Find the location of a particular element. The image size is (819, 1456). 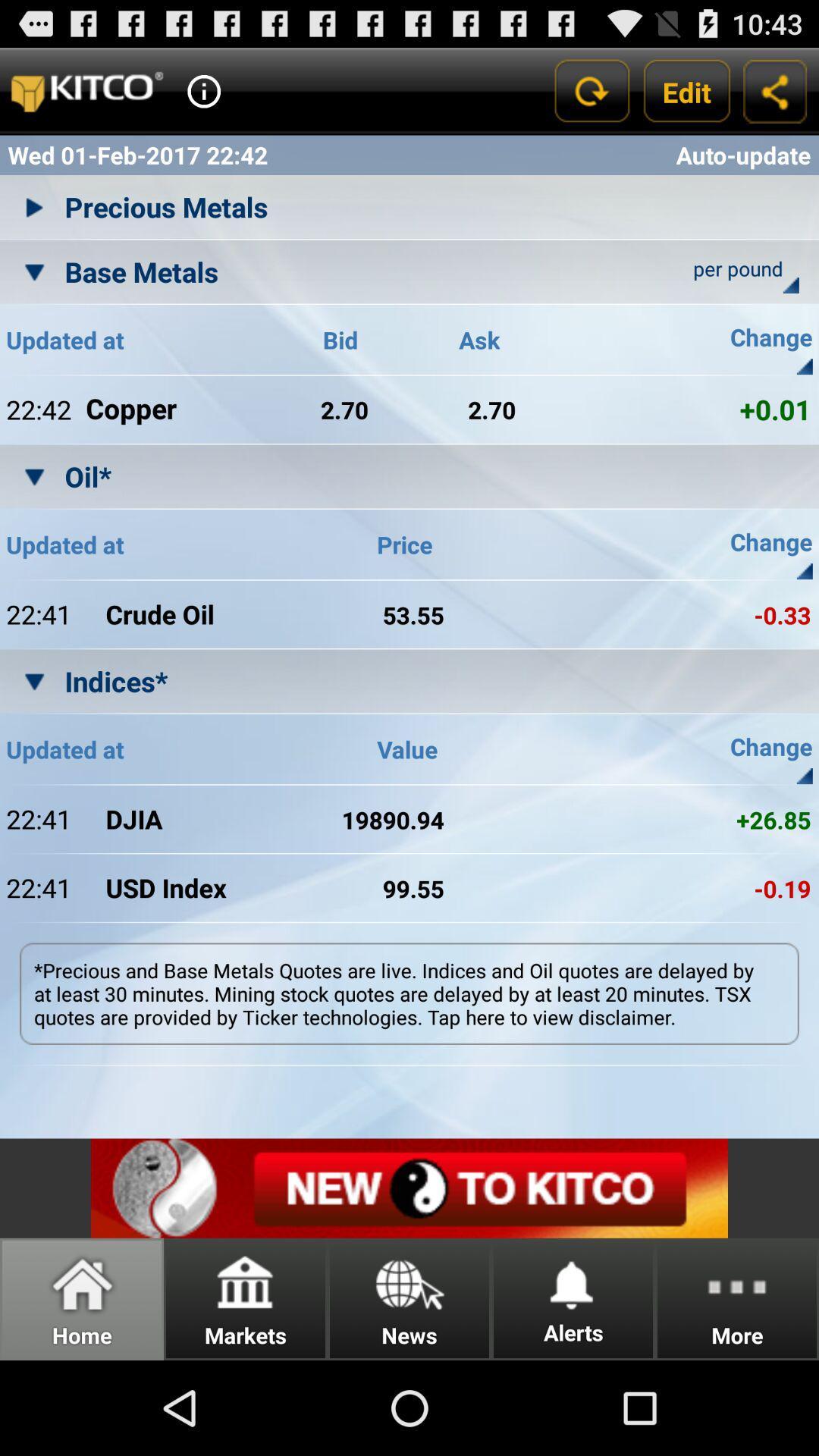

news application is located at coordinates (409, 1188).